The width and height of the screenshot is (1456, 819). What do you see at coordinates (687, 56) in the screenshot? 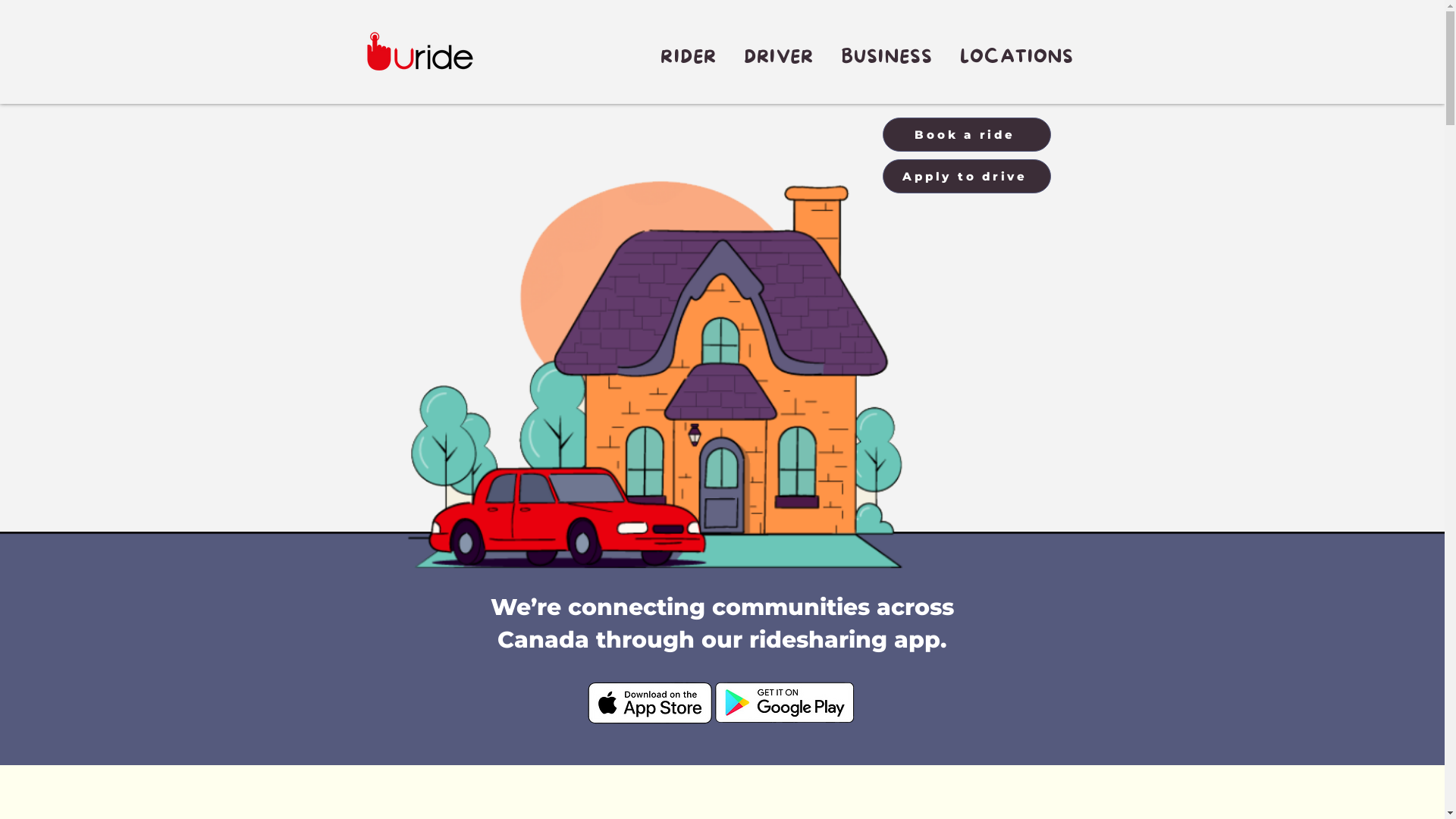
I see `'RIDER'` at bounding box center [687, 56].